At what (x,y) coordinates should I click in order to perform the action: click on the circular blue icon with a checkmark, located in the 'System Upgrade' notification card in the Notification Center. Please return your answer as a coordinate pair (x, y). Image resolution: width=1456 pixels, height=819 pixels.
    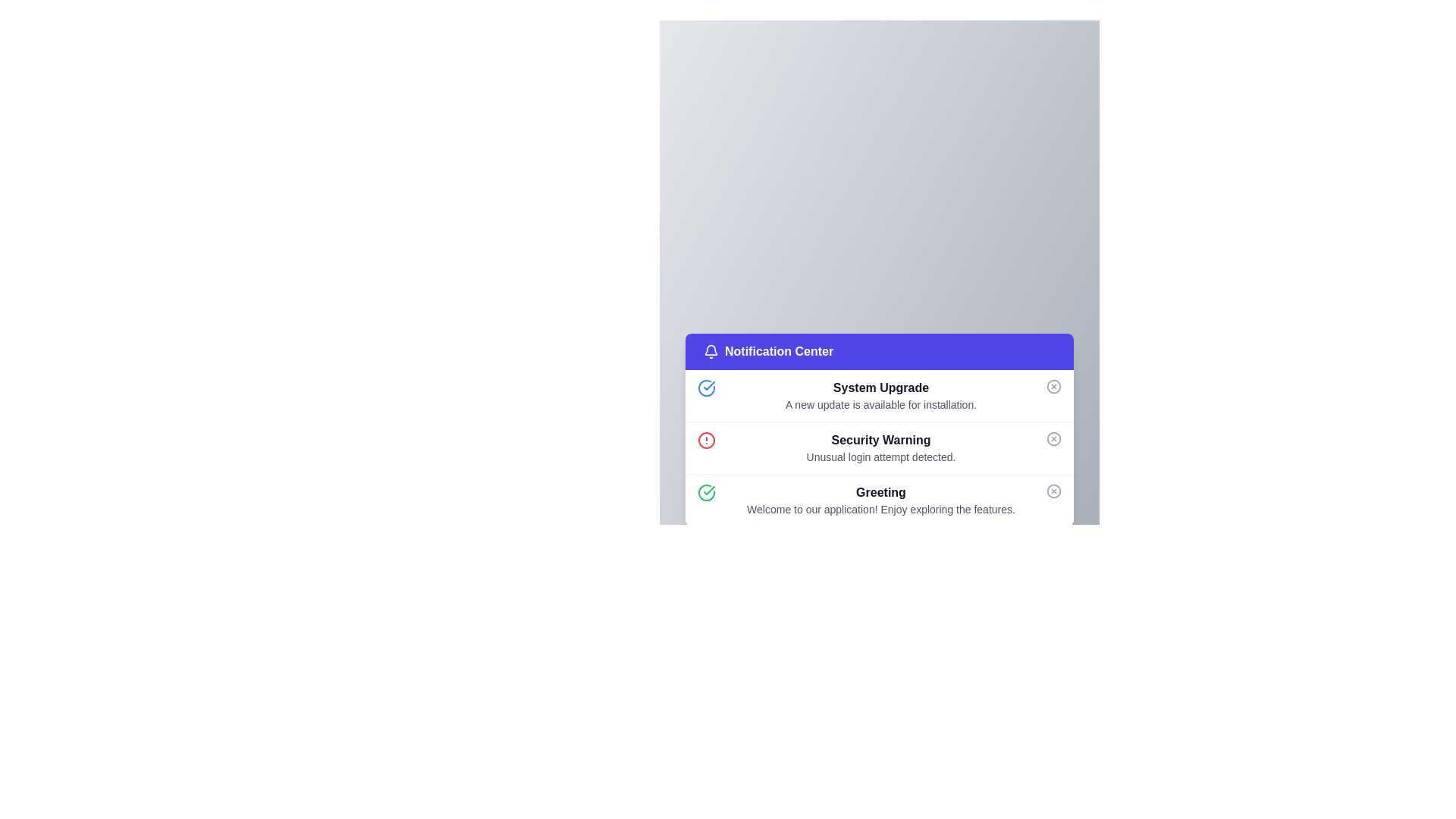
    Looking at the image, I should click on (705, 388).